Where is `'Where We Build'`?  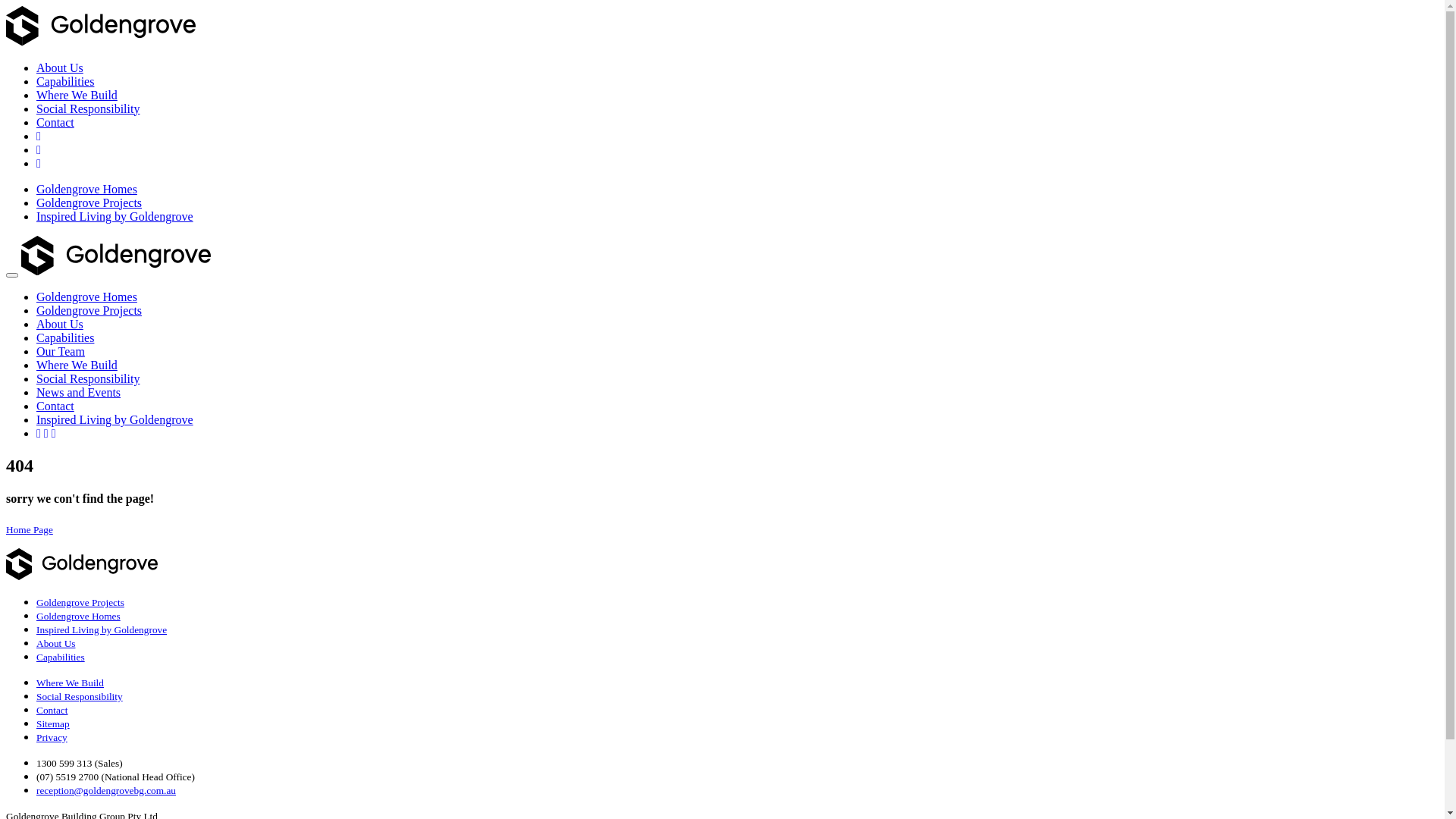
'Where We Build' is located at coordinates (69, 681).